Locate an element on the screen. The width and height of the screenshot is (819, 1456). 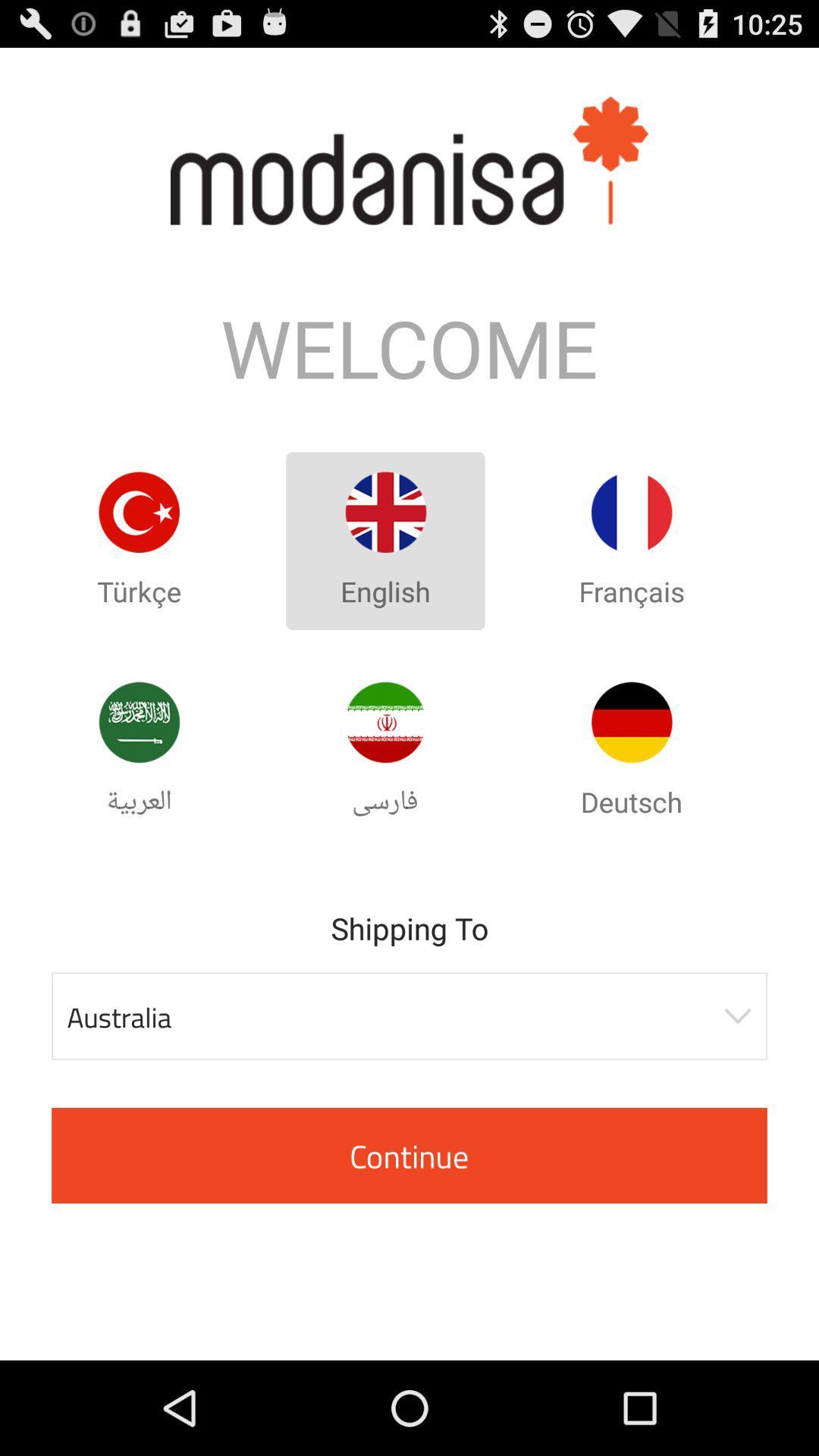
turkey language is located at coordinates (139, 512).